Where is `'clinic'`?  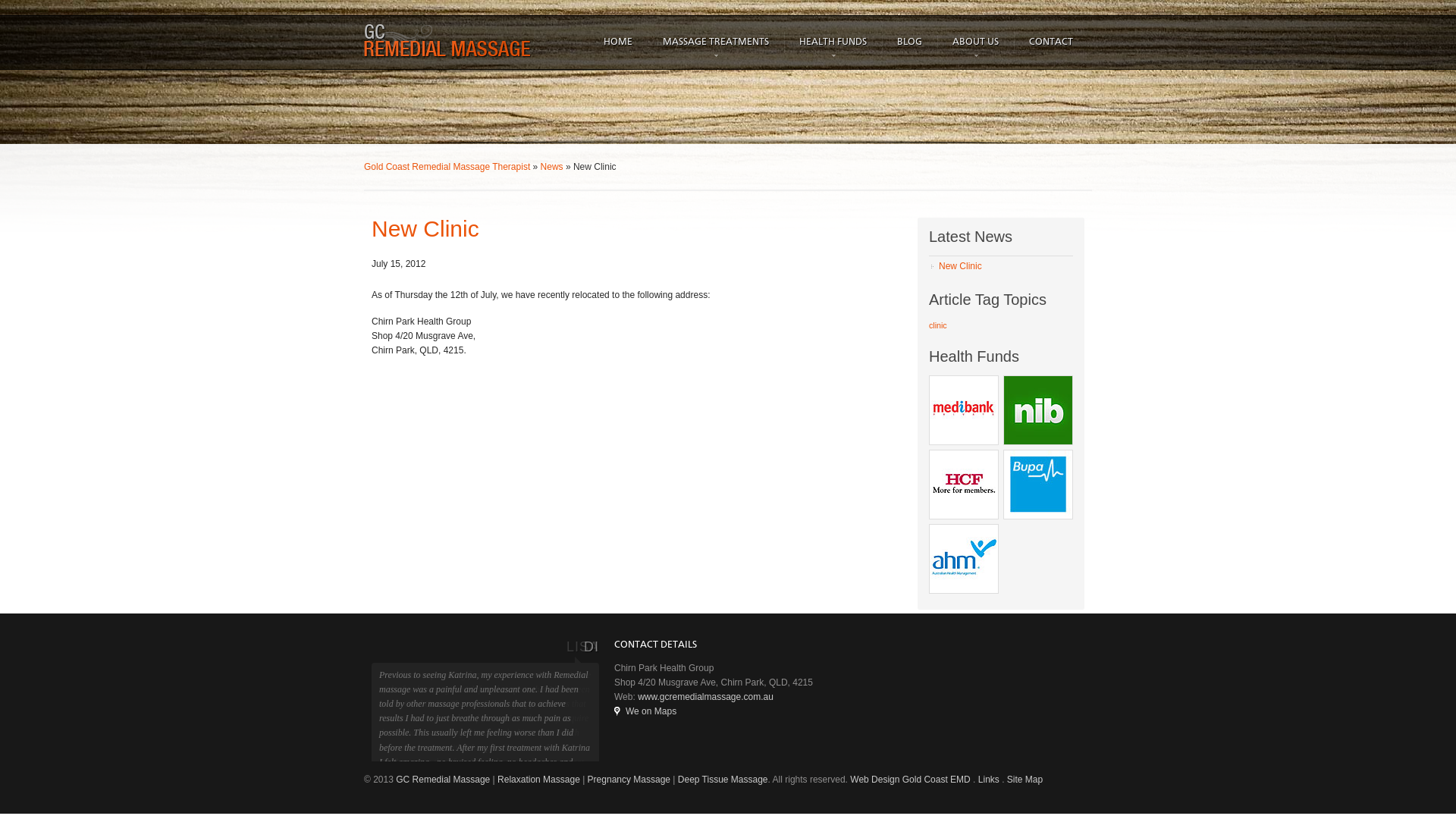
'clinic' is located at coordinates (937, 324).